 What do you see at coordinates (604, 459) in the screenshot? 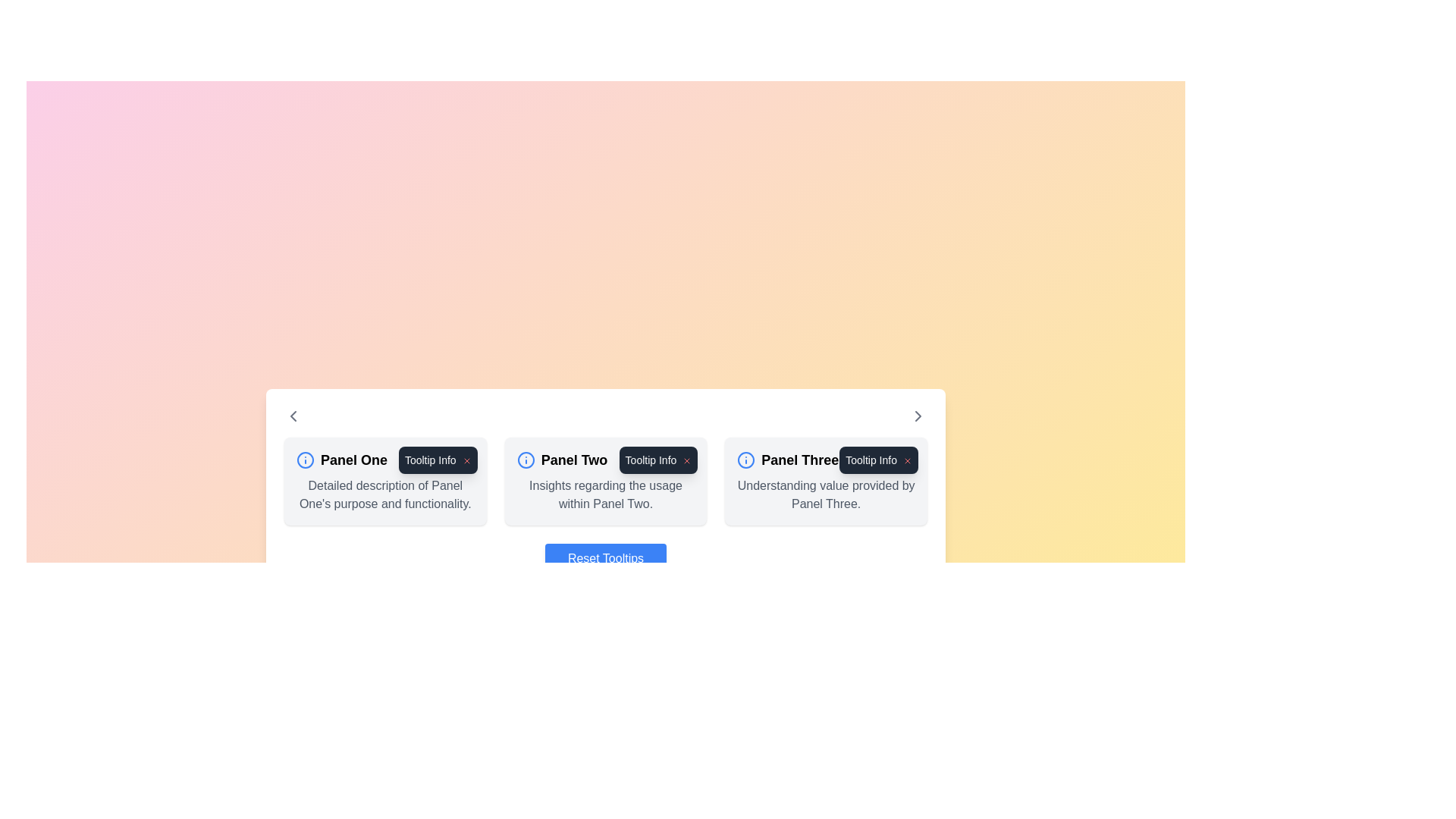
I see `the 'Panel Two' text label that features a blue information icon on its left` at bounding box center [604, 459].